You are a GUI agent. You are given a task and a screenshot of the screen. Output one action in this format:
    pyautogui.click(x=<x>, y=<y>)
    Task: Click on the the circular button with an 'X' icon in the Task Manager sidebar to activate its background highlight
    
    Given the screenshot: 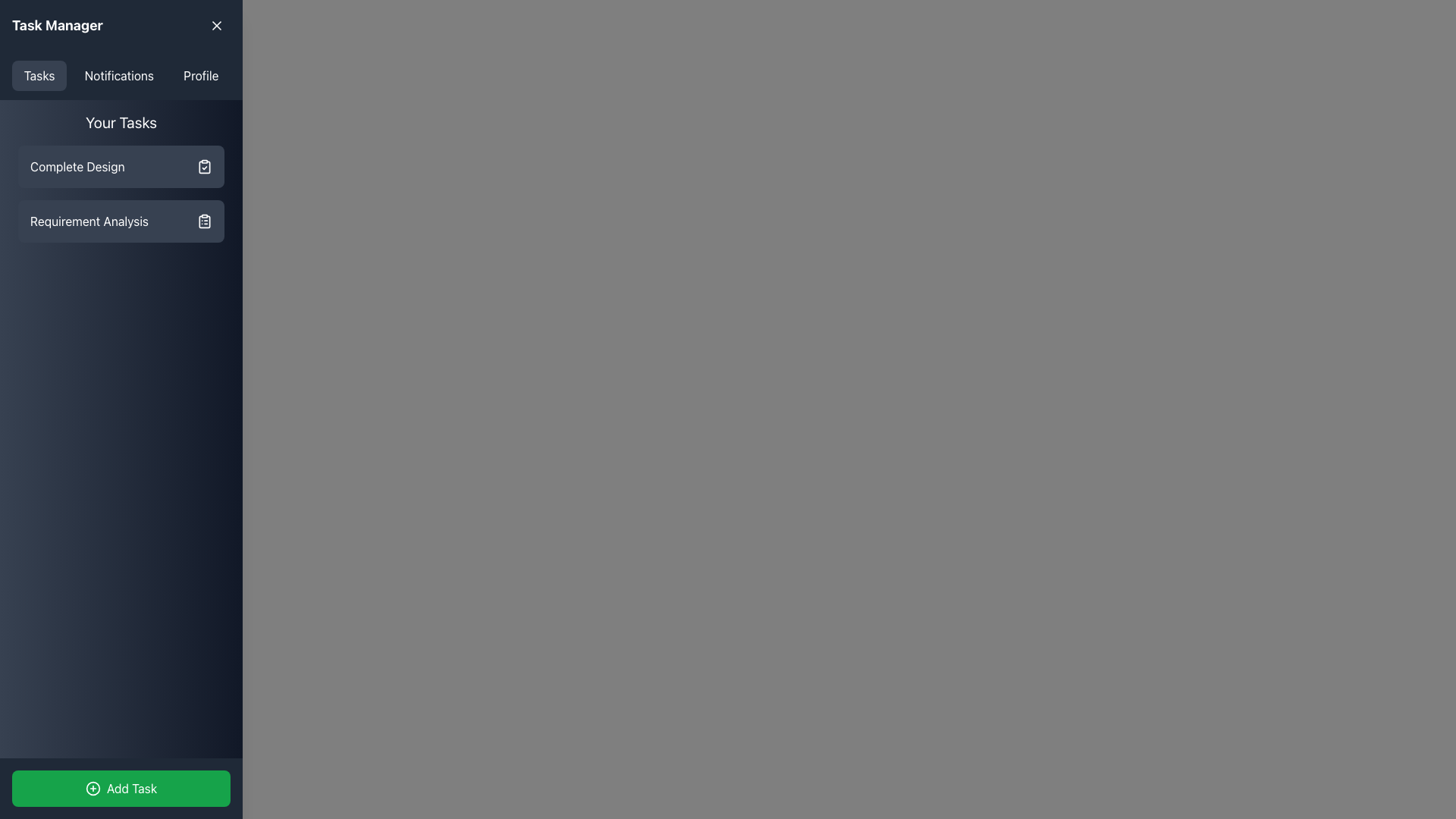 What is the action you would take?
    pyautogui.click(x=216, y=26)
    